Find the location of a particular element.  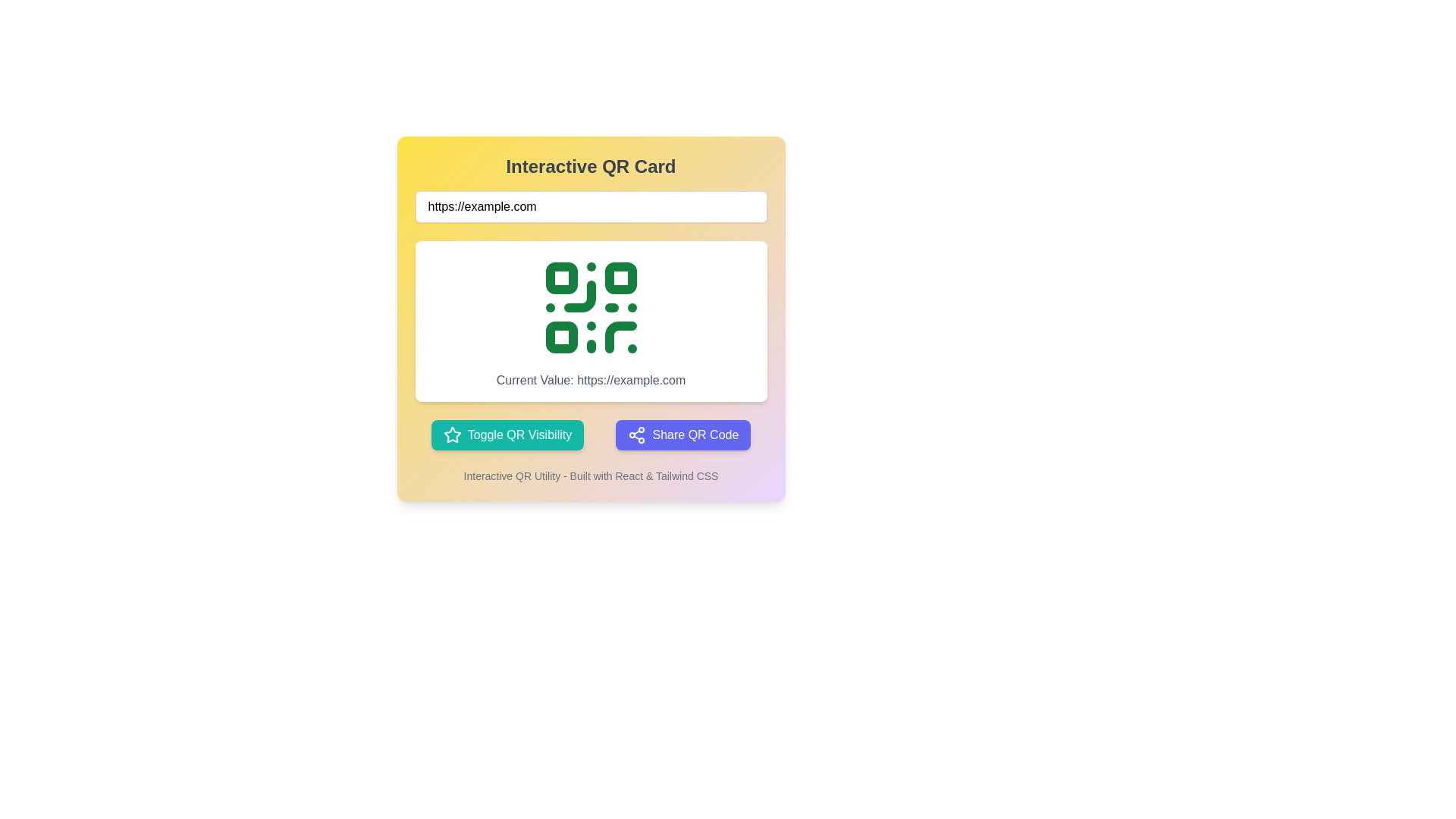

the SVG illustration of a QR Code styled with green details, which is centrally located beneath the header text input field is located at coordinates (590, 307).